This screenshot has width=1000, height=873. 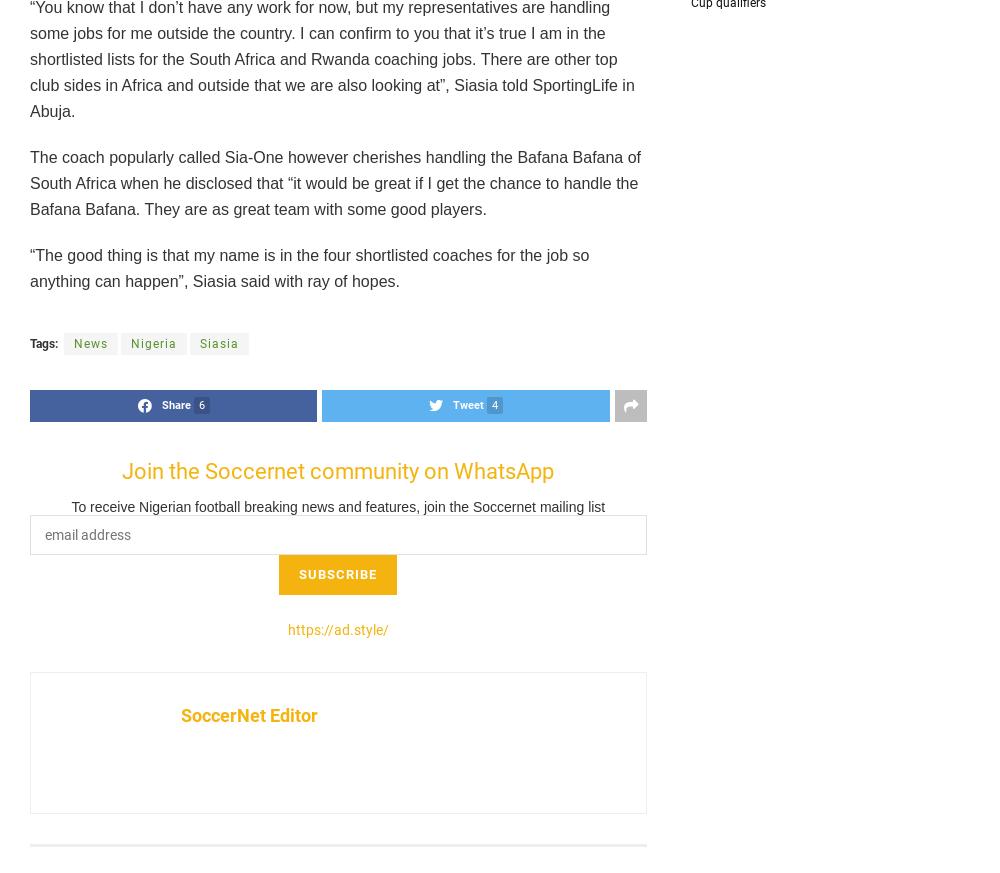 What do you see at coordinates (218, 343) in the screenshot?
I see `'Siasia'` at bounding box center [218, 343].